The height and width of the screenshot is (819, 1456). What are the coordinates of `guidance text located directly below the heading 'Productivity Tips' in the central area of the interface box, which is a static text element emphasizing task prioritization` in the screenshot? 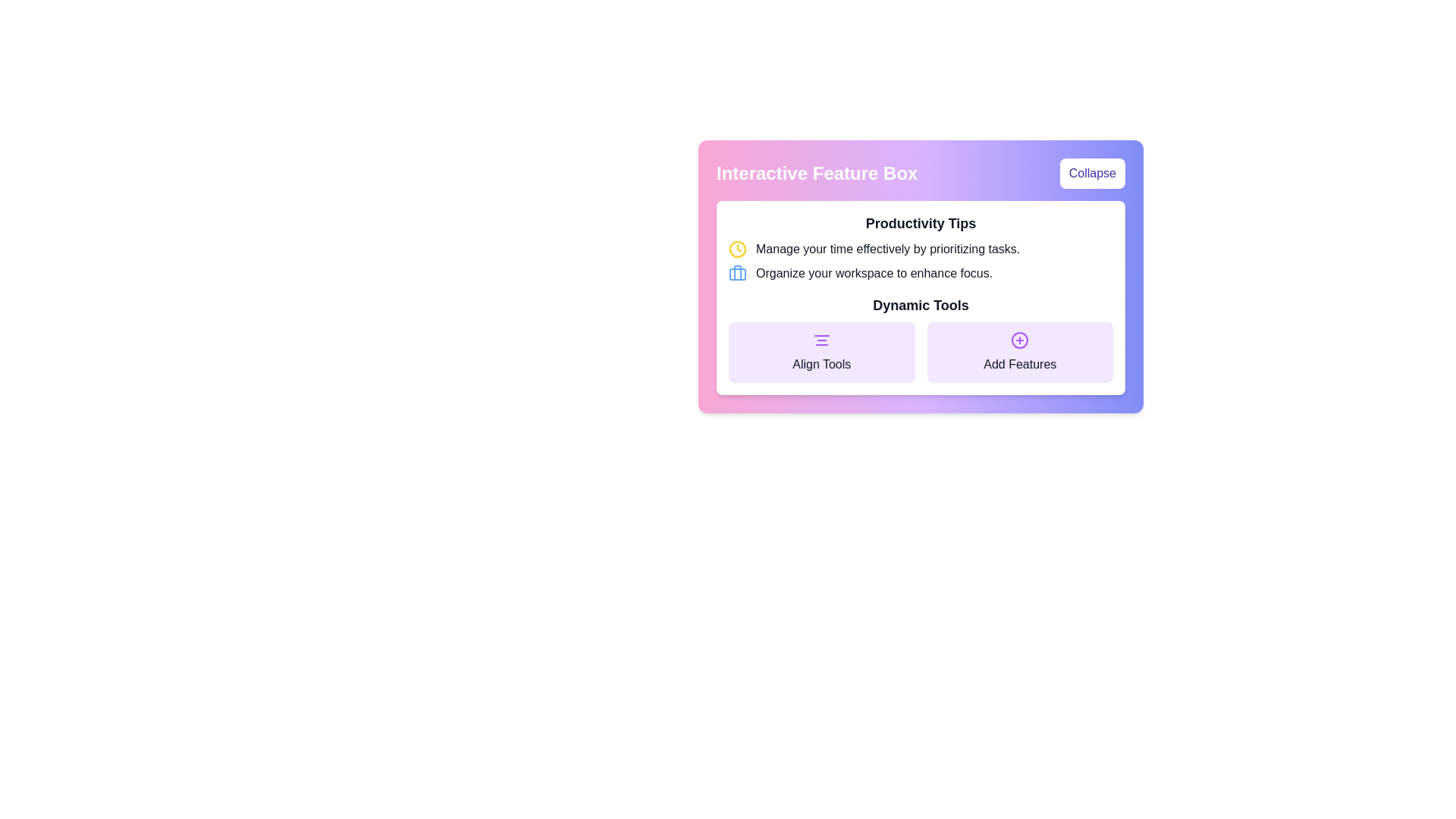 It's located at (888, 248).